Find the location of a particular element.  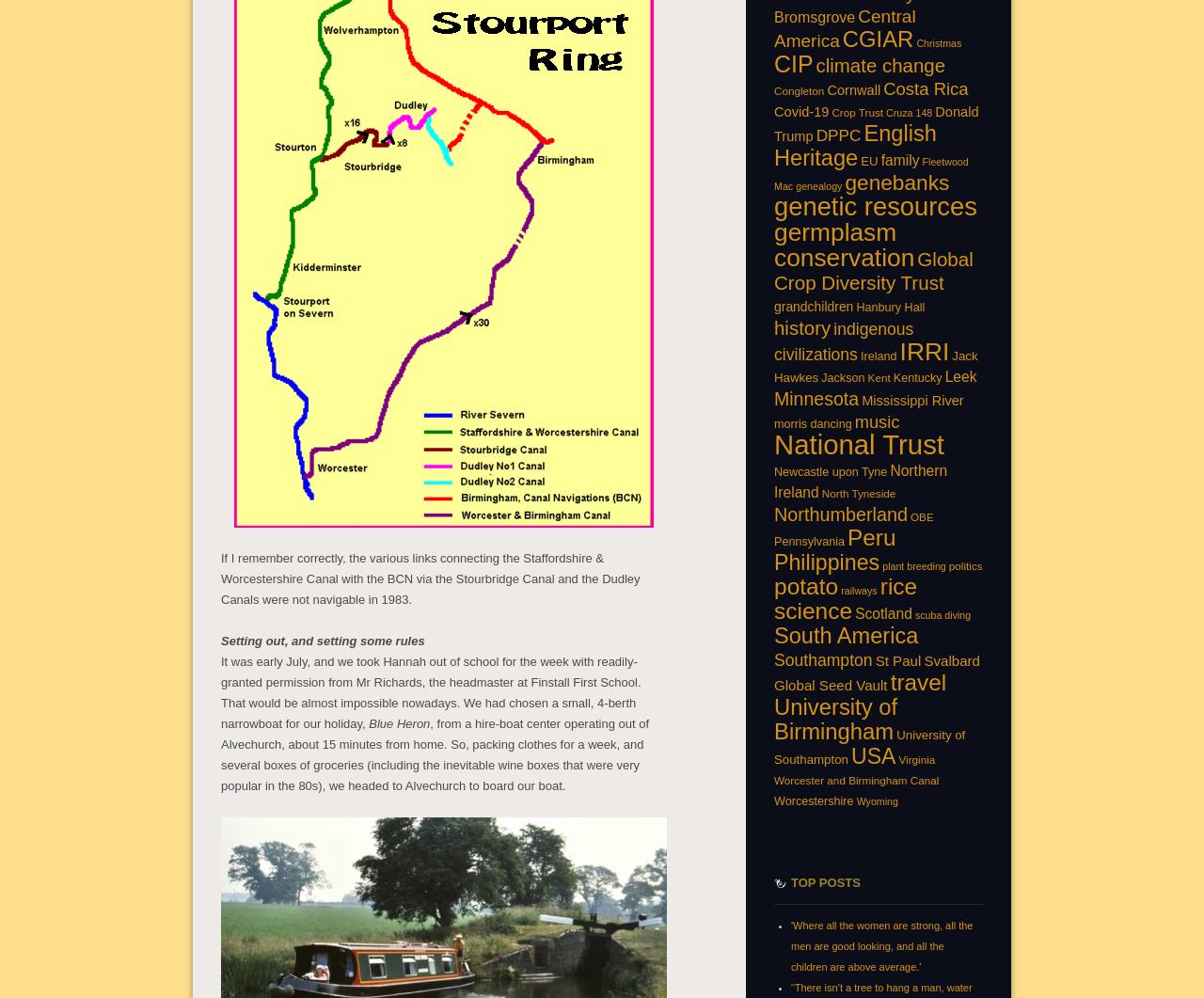

'Christmas' is located at coordinates (915, 41).